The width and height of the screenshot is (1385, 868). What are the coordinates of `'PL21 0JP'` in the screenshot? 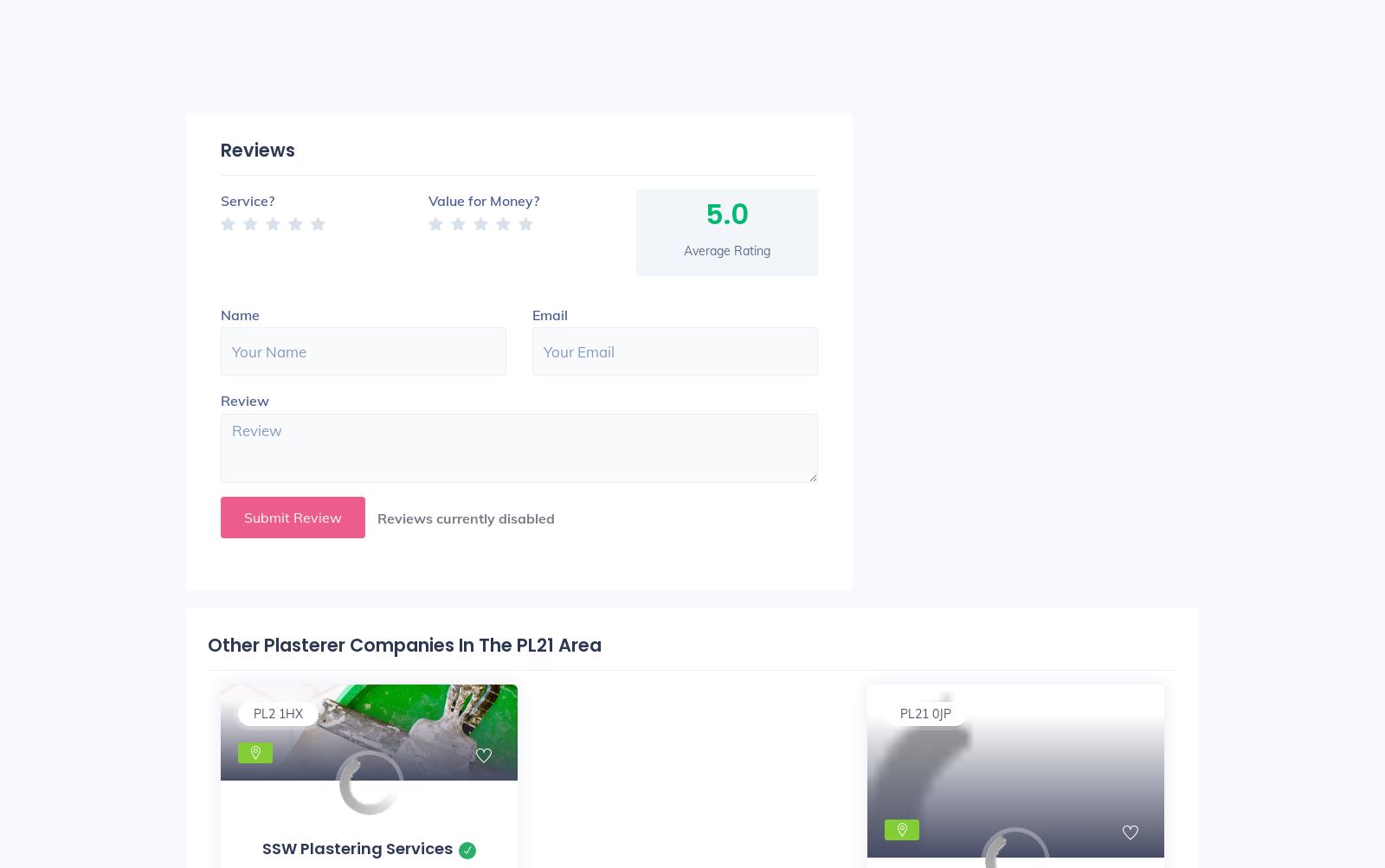 It's located at (899, 712).